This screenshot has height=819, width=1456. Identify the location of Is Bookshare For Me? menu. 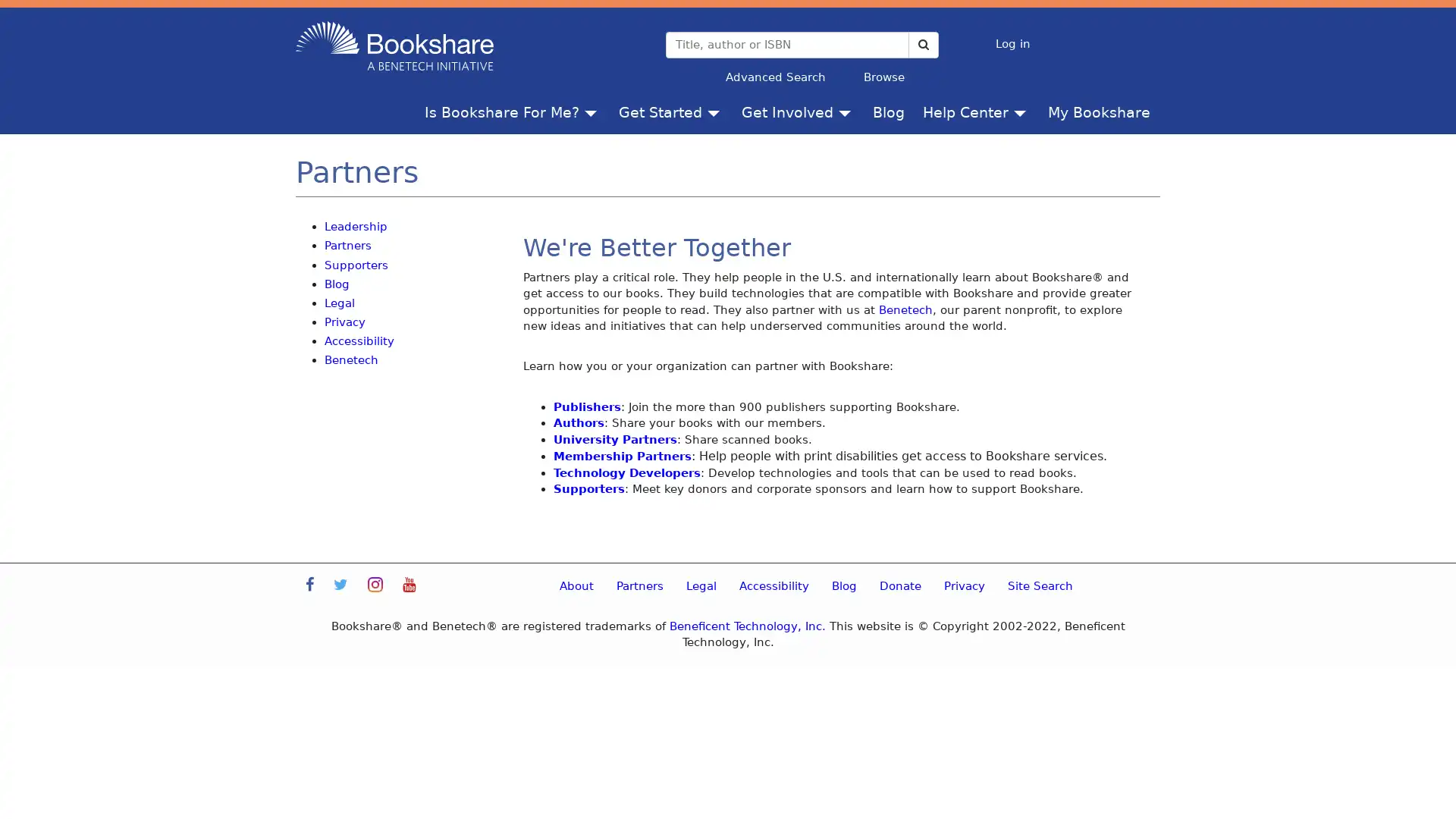
(593, 111).